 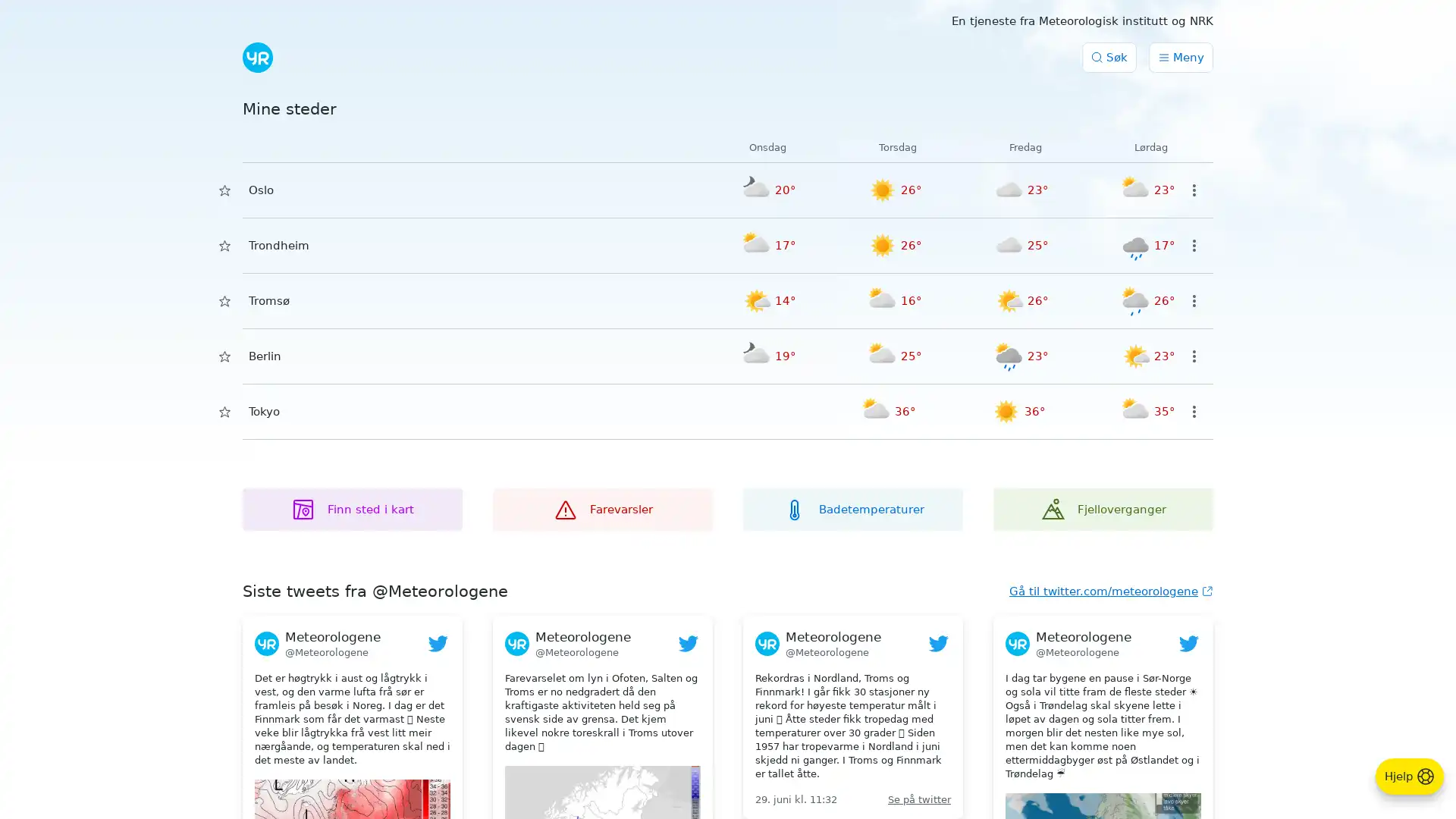 What do you see at coordinates (1180, 57) in the screenshot?
I see `Meny` at bounding box center [1180, 57].